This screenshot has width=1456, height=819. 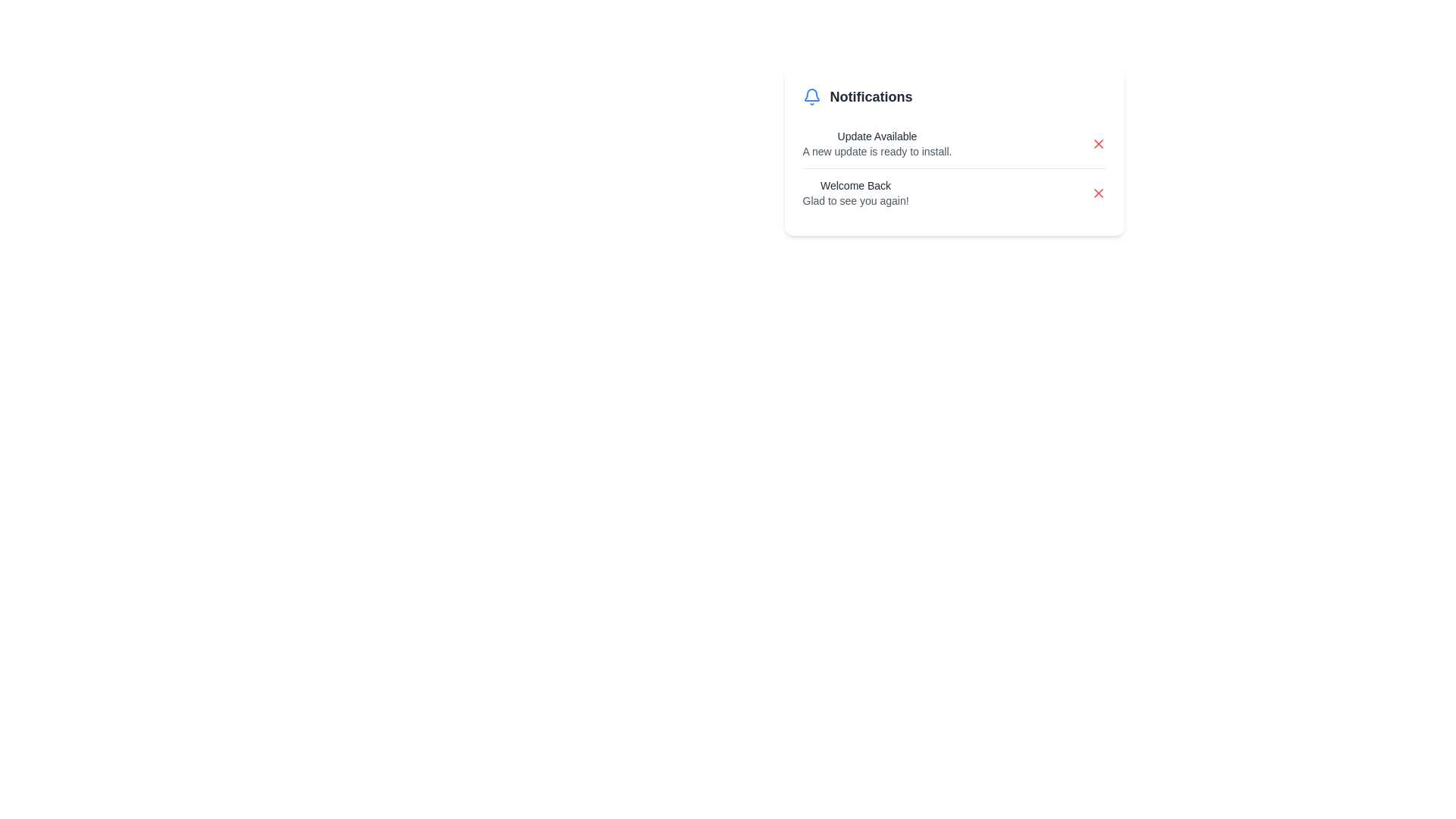 I want to click on the static text label that serves as a title for the notification, indicating the availability of an update, located at the top left of the notification card, so click(x=877, y=136).